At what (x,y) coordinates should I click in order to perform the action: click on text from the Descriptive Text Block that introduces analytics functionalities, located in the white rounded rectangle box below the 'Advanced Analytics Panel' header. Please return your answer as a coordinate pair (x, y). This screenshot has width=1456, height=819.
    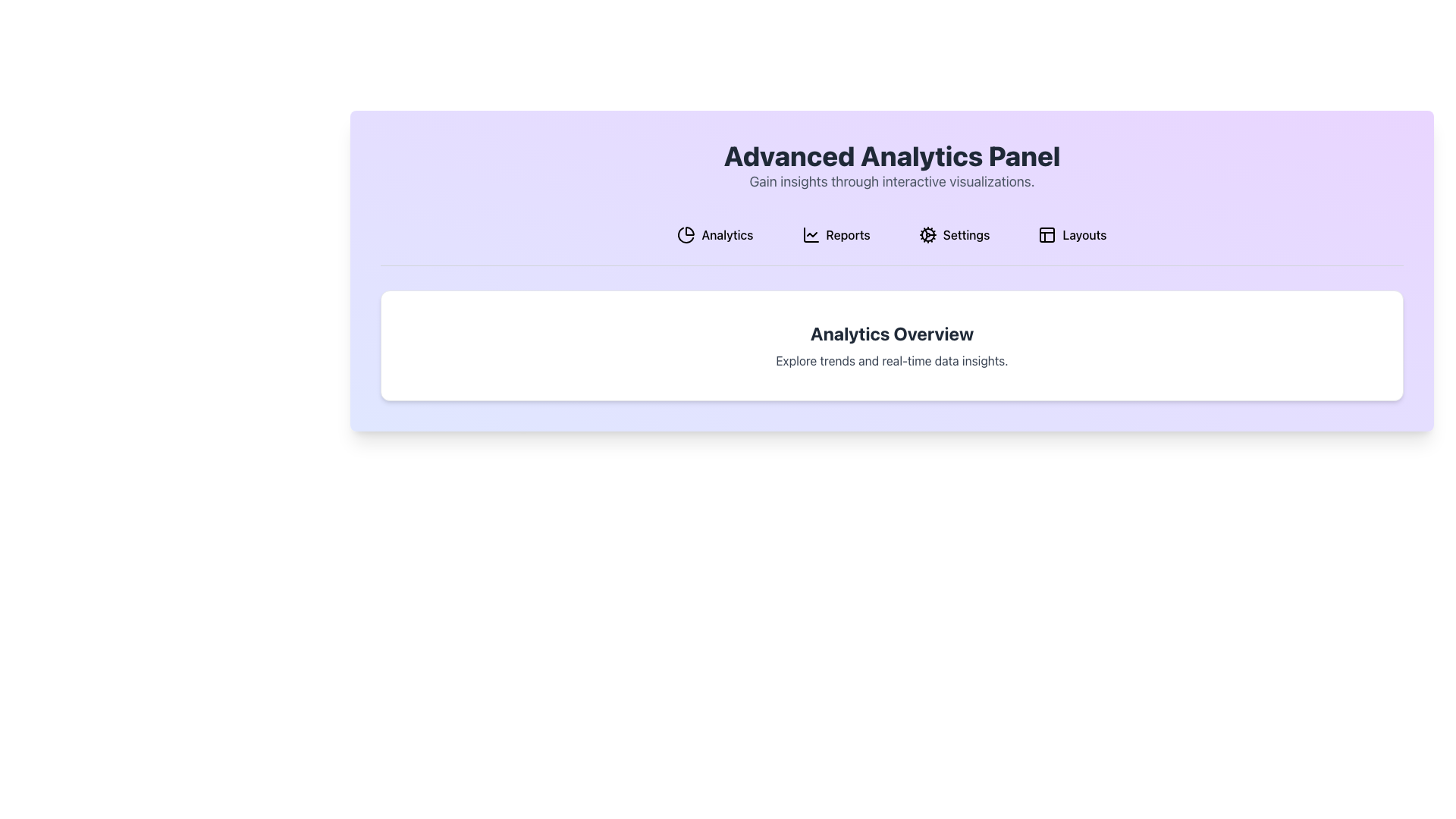
    Looking at the image, I should click on (892, 345).